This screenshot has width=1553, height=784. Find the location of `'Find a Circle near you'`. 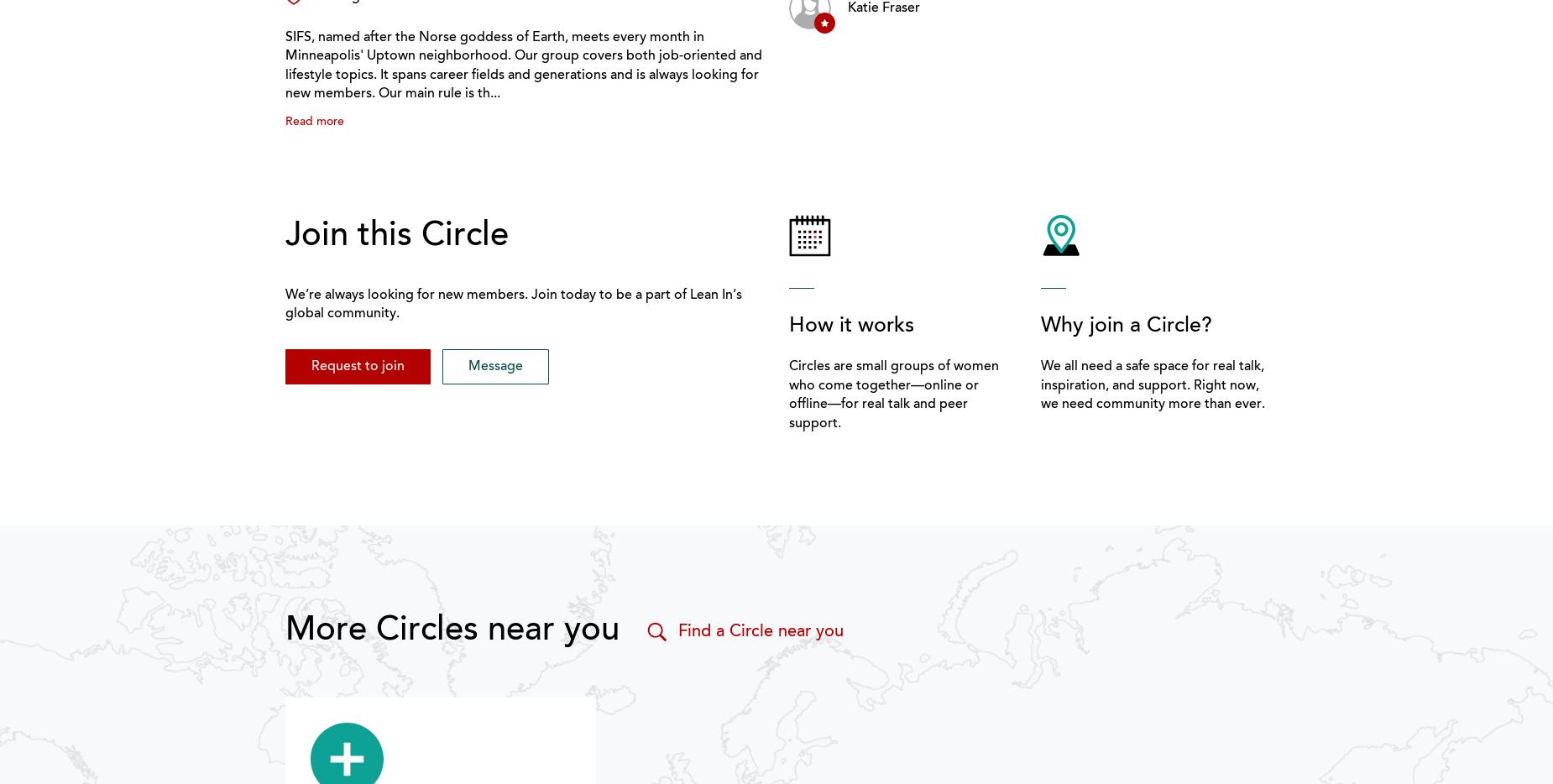

'Find a Circle near you' is located at coordinates (761, 630).